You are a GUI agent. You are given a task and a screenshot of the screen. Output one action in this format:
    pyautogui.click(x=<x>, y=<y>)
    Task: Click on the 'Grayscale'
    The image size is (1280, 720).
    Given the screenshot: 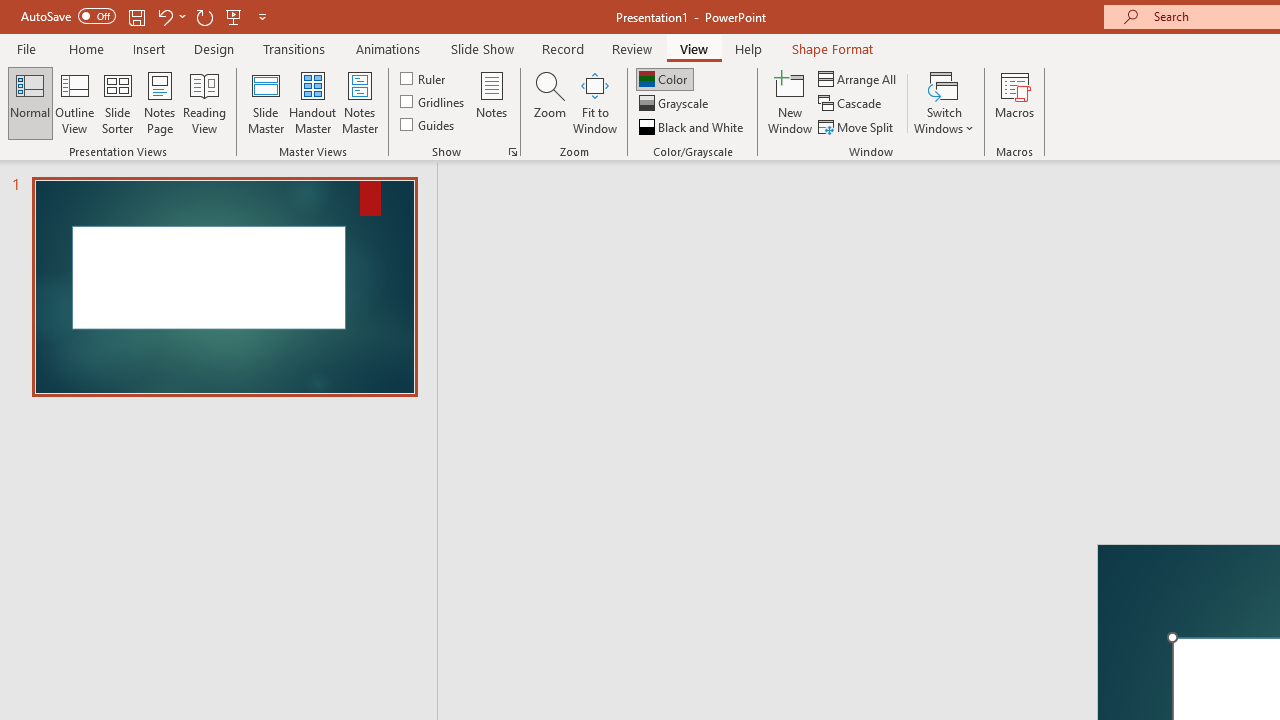 What is the action you would take?
    pyautogui.click(x=675, y=103)
    